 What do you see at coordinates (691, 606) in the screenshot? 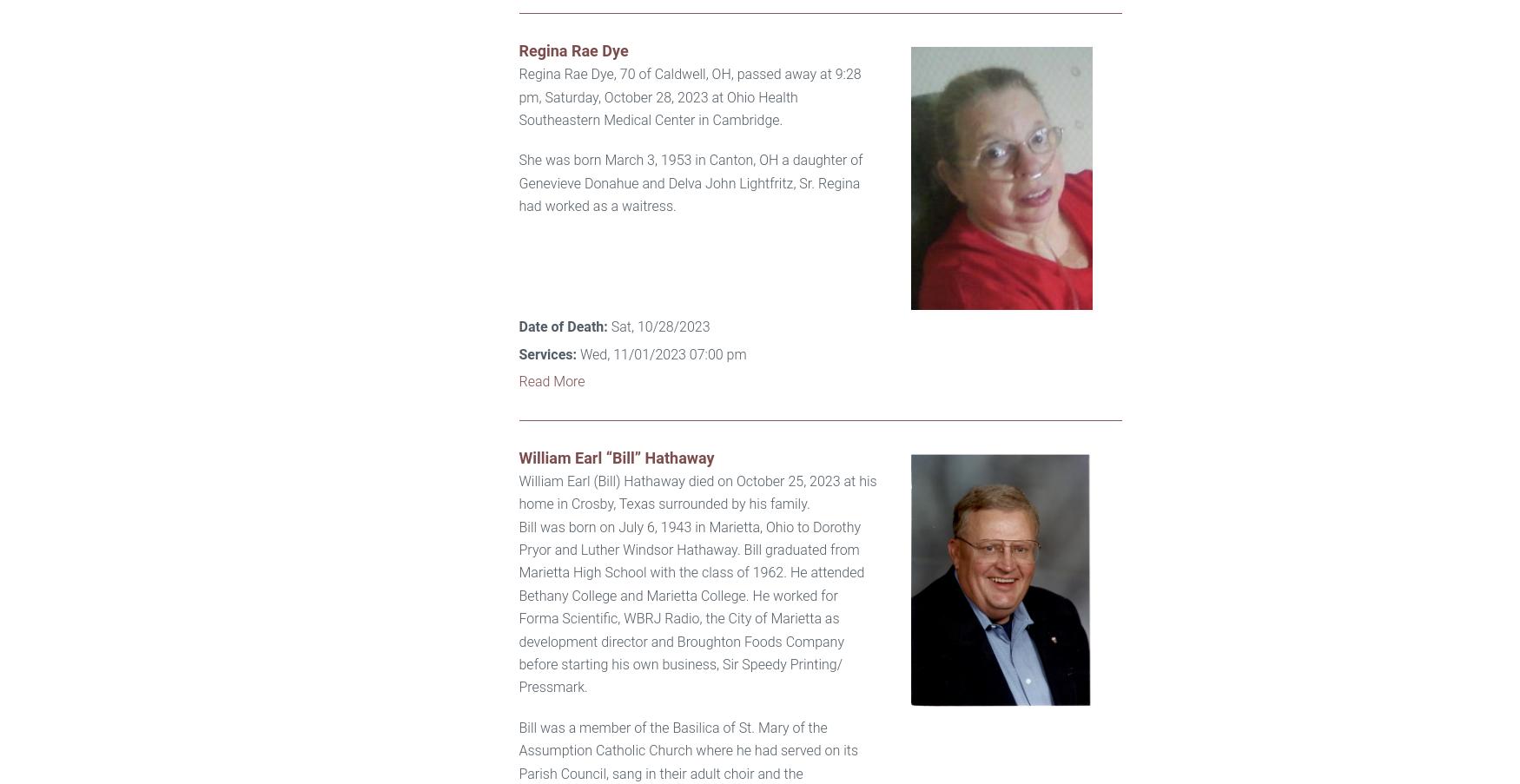
I see `'Bill was born on July 6, 1943 in Marietta, Ohio to Dorothy Pryor and Luther Windsor Hathaway. Bill graduated from Marietta High School with the class of 1962. He attended Bethany College and Marietta College. He worked for Forma Scientific, WBRJ Radio, the City of Marietta as development director and Broughton Foods Company before starting his own business, Sir Speedy Printing/ Pressmark.'` at bounding box center [691, 606].